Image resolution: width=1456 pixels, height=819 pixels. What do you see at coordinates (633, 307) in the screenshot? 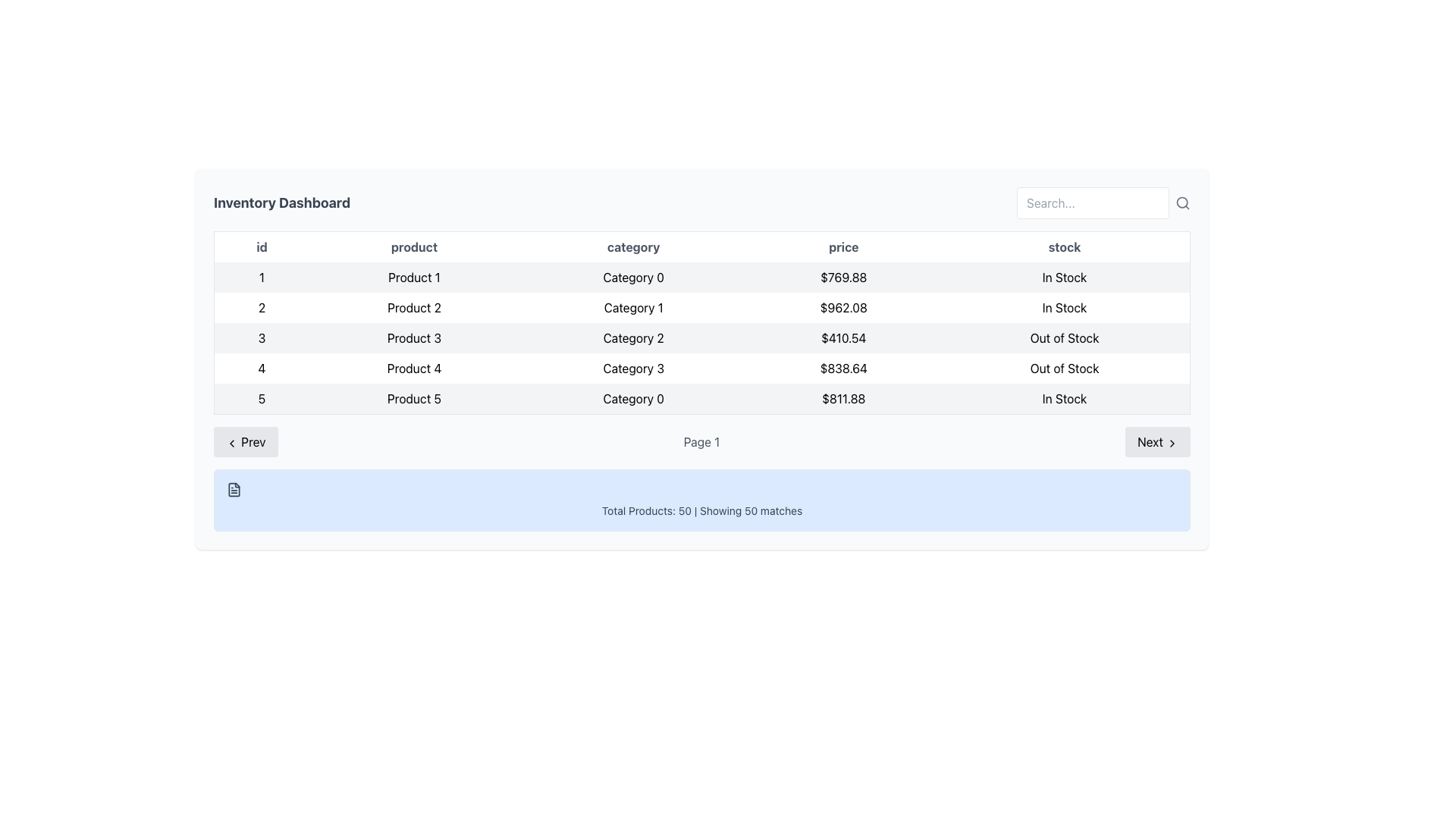
I see `text displayed in the 'Category 1' cell, which is located in the third column of the second row of the table under the 'category' column` at bounding box center [633, 307].